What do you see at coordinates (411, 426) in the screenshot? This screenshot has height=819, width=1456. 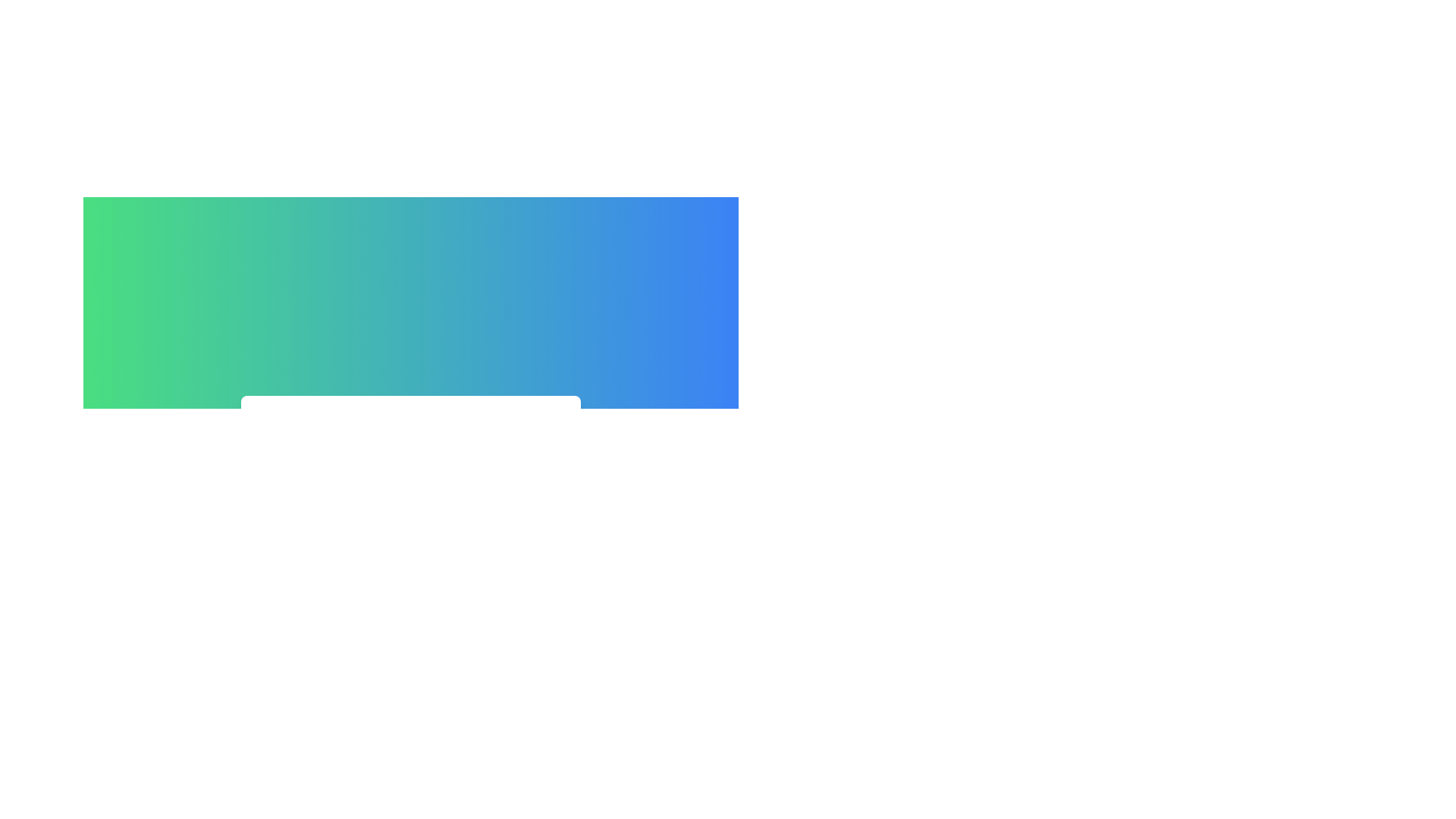 I see `the 'Close Menu' button to toggle the menu state` at bounding box center [411, 426].